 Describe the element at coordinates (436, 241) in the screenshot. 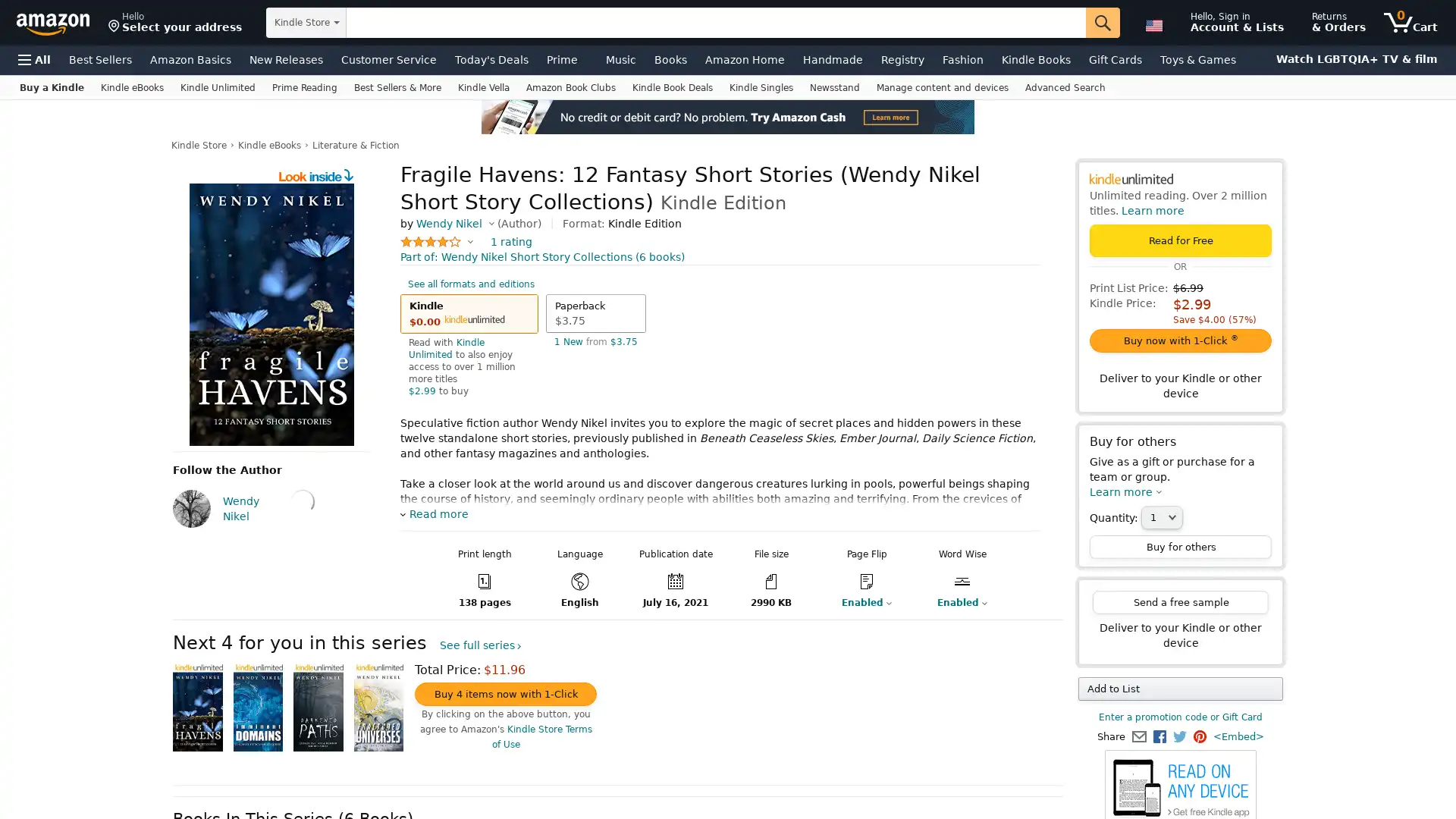

I see `4.0 out of 5 stars` at that location.